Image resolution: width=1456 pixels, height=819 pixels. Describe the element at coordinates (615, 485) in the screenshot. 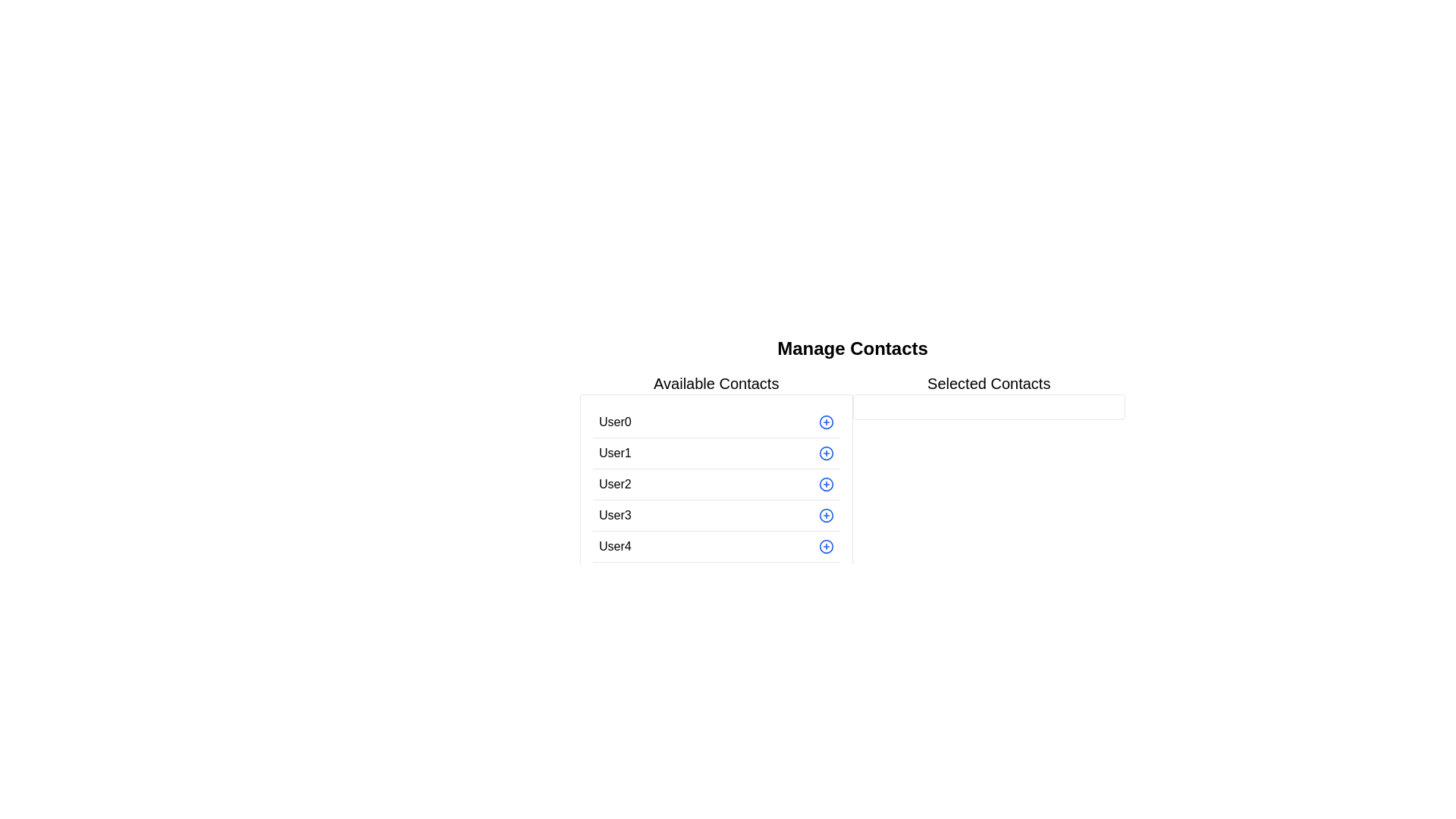

I see `the text label displaying 'User2', which is the third item in the vertical list of user names under the 'Available Contacts' heading` at that location.